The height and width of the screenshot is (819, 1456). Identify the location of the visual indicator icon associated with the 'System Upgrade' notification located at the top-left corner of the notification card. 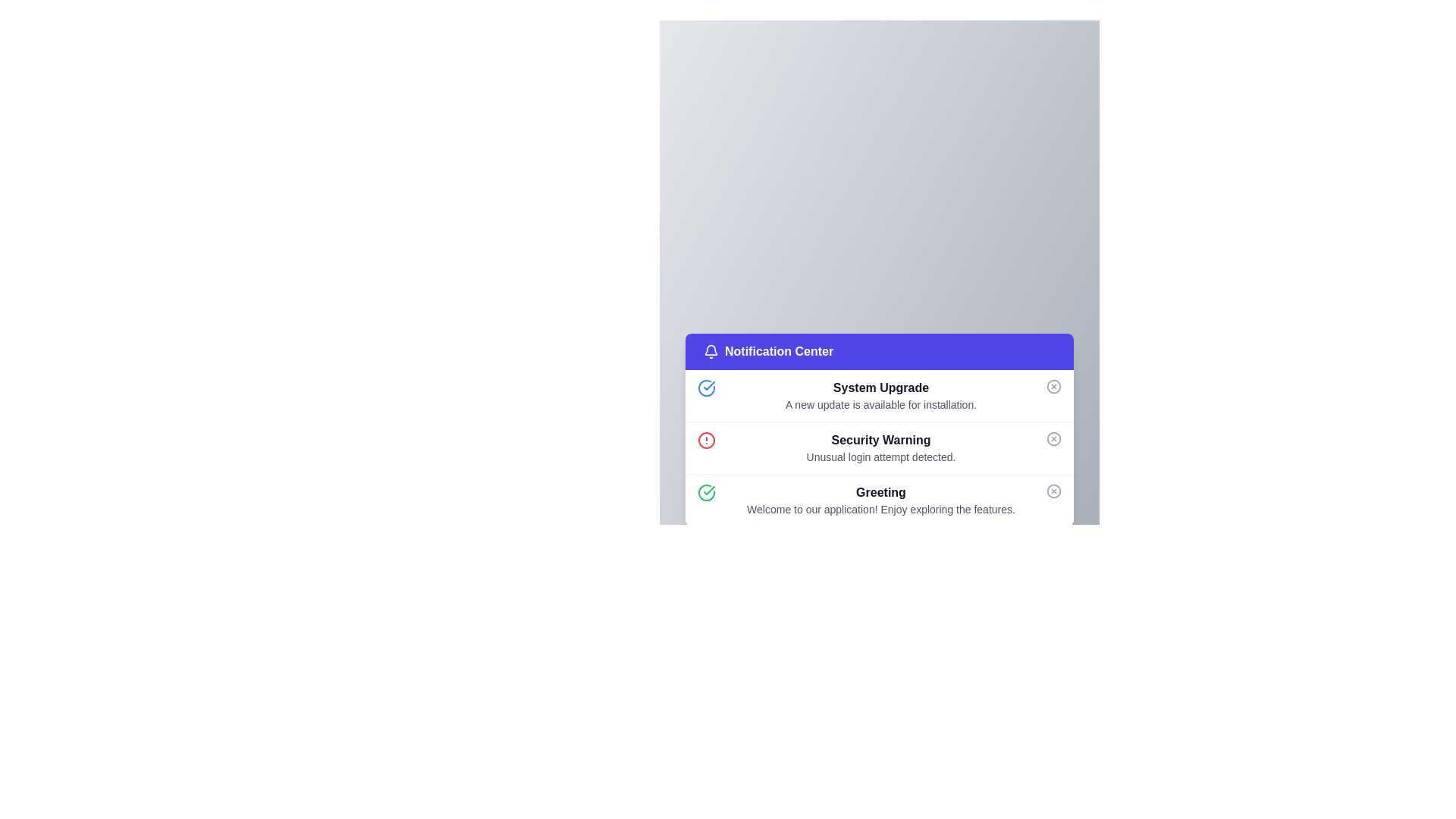
(705, 388).